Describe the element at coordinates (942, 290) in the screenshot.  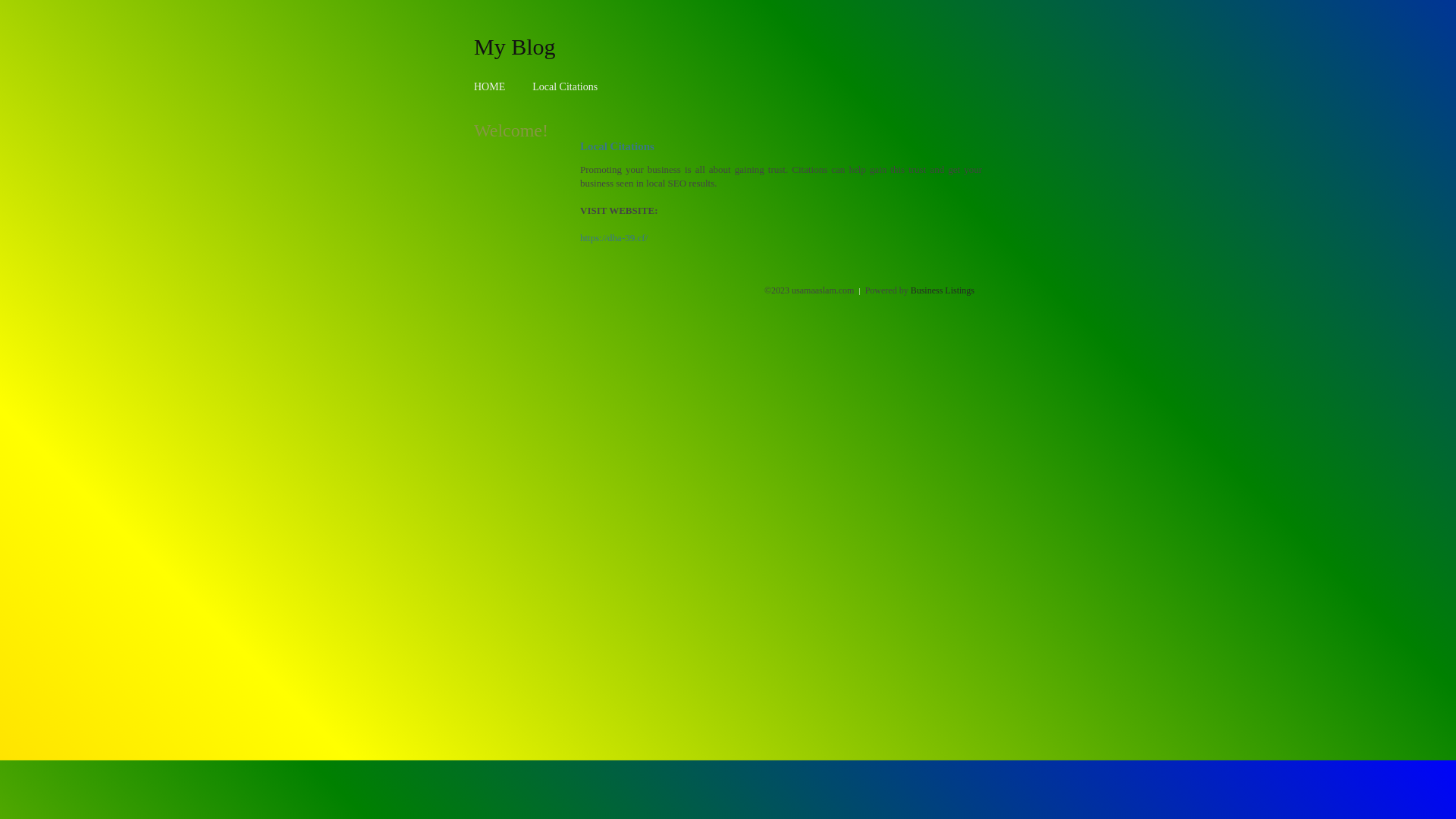
I see `'Business Listings'` at that location.